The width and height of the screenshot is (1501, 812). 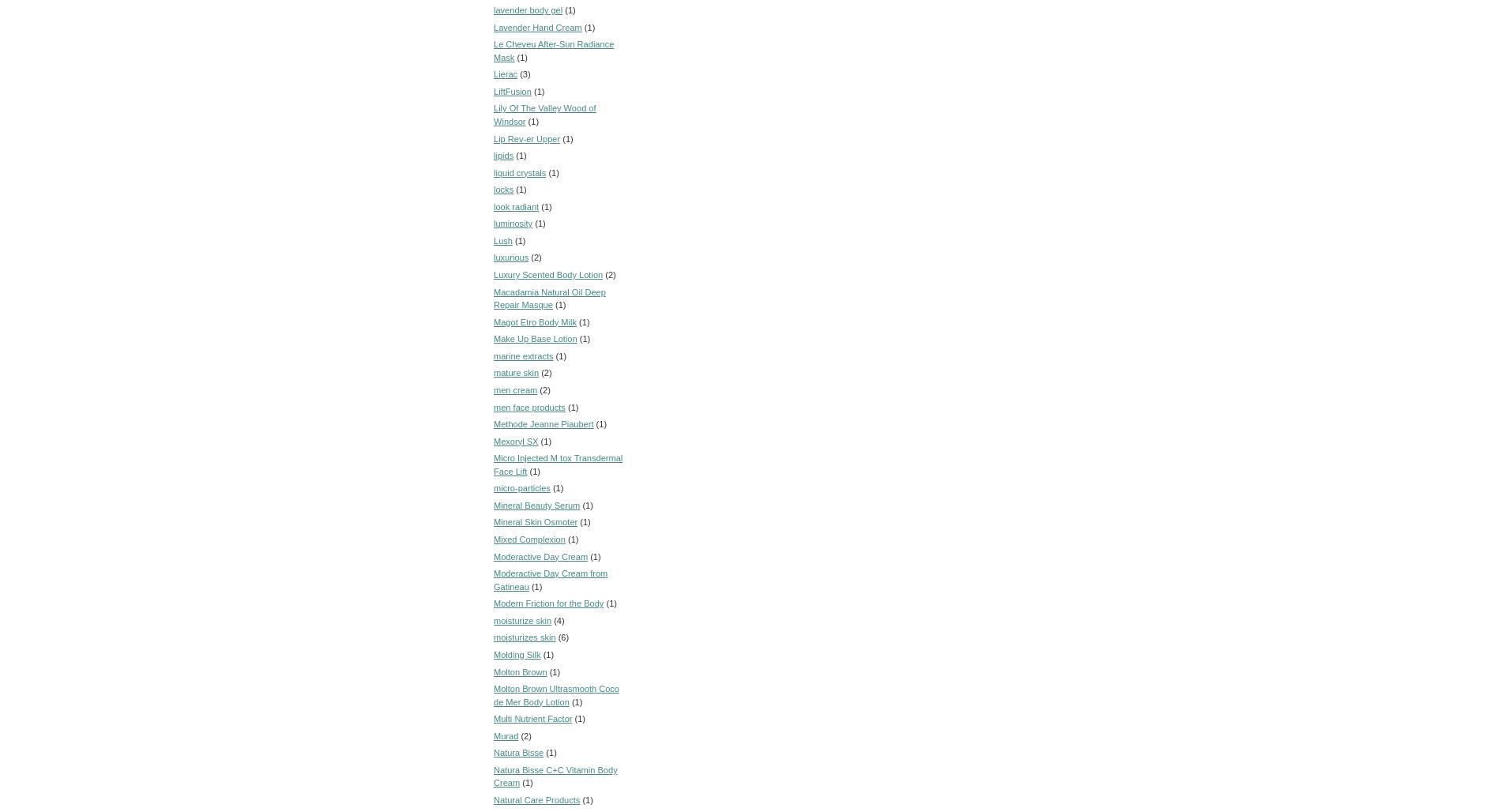 What do you see at coordinates (528, 9) in the screenshot?
I see `'lavender body gel'` at bounding box center [528, 9].